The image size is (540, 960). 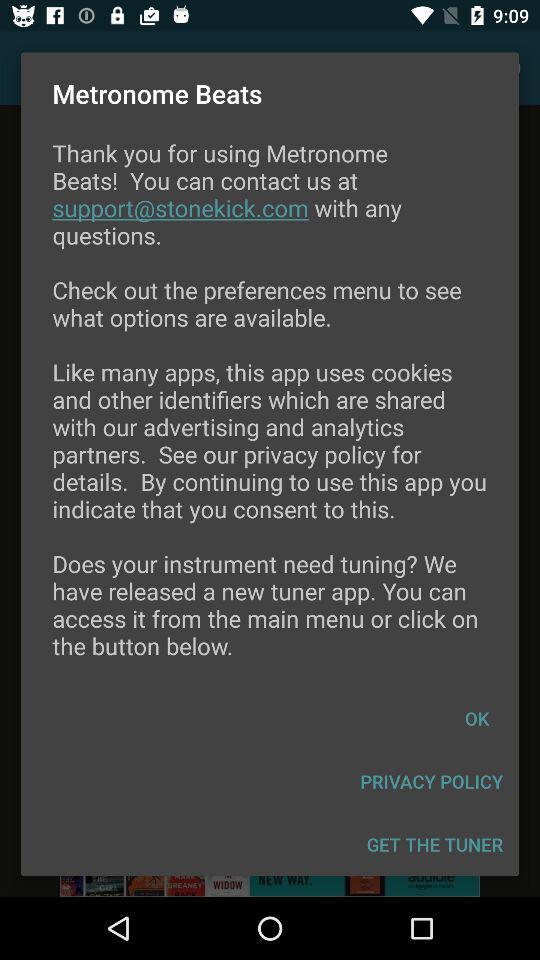 I want to click on the icon above the privacy policy item, so click(x=475, y=718).